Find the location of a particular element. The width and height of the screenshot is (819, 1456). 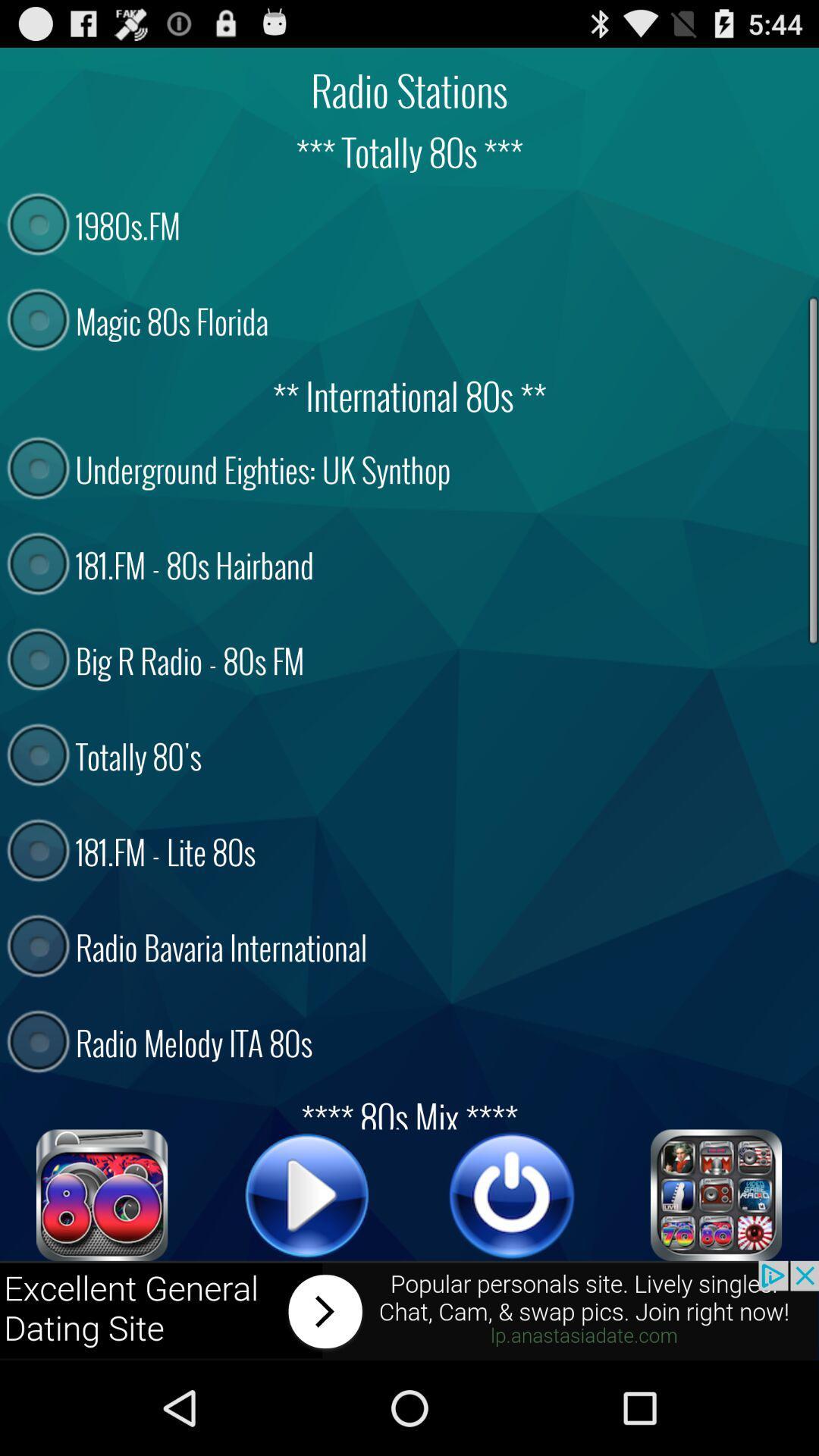

sound is located at coordinates (307, 1194).